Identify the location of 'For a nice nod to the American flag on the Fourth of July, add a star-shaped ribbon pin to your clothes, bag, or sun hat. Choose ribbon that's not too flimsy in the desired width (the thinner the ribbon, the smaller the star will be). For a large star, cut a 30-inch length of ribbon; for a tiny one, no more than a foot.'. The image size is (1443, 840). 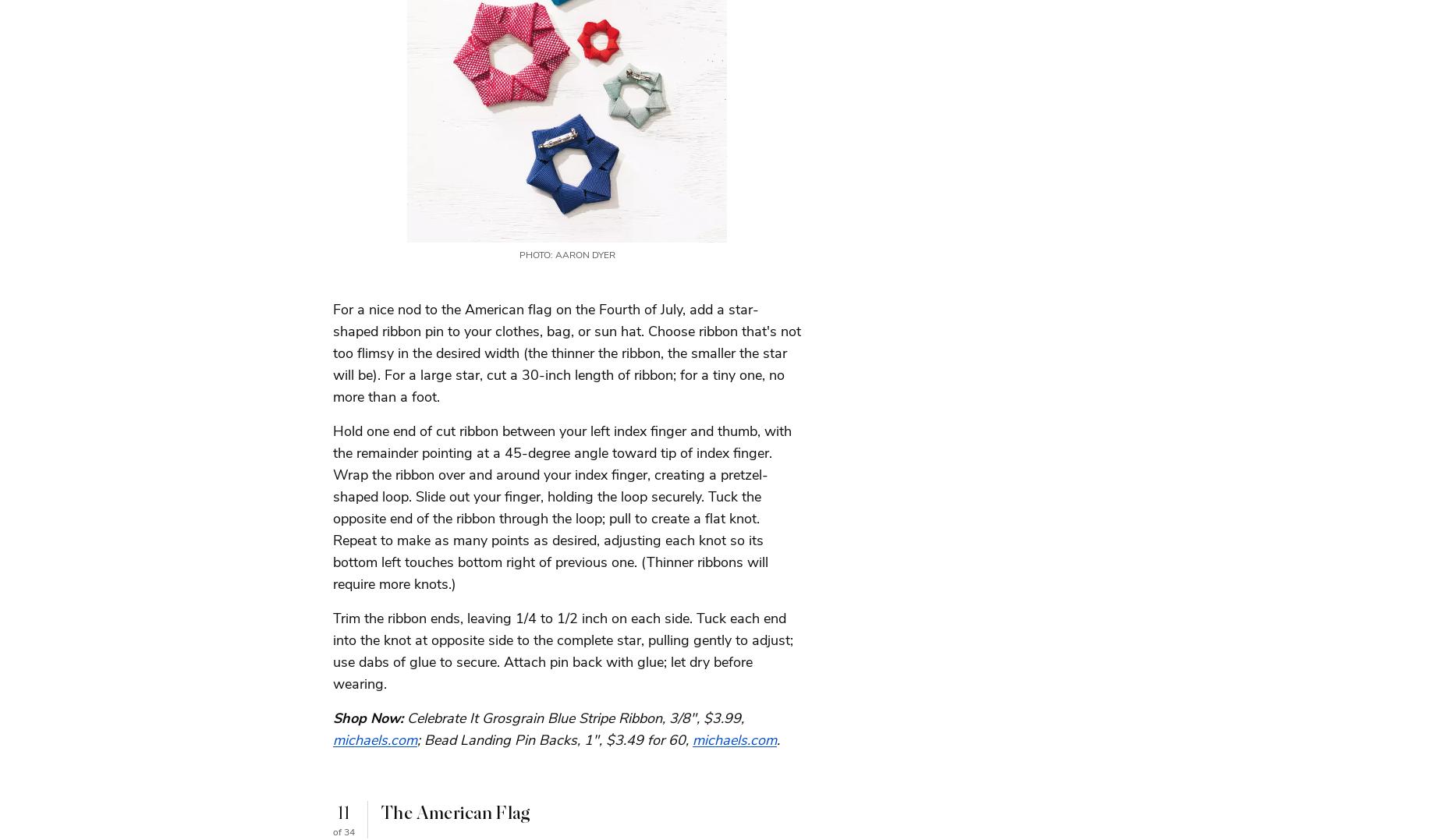
(567, 352).